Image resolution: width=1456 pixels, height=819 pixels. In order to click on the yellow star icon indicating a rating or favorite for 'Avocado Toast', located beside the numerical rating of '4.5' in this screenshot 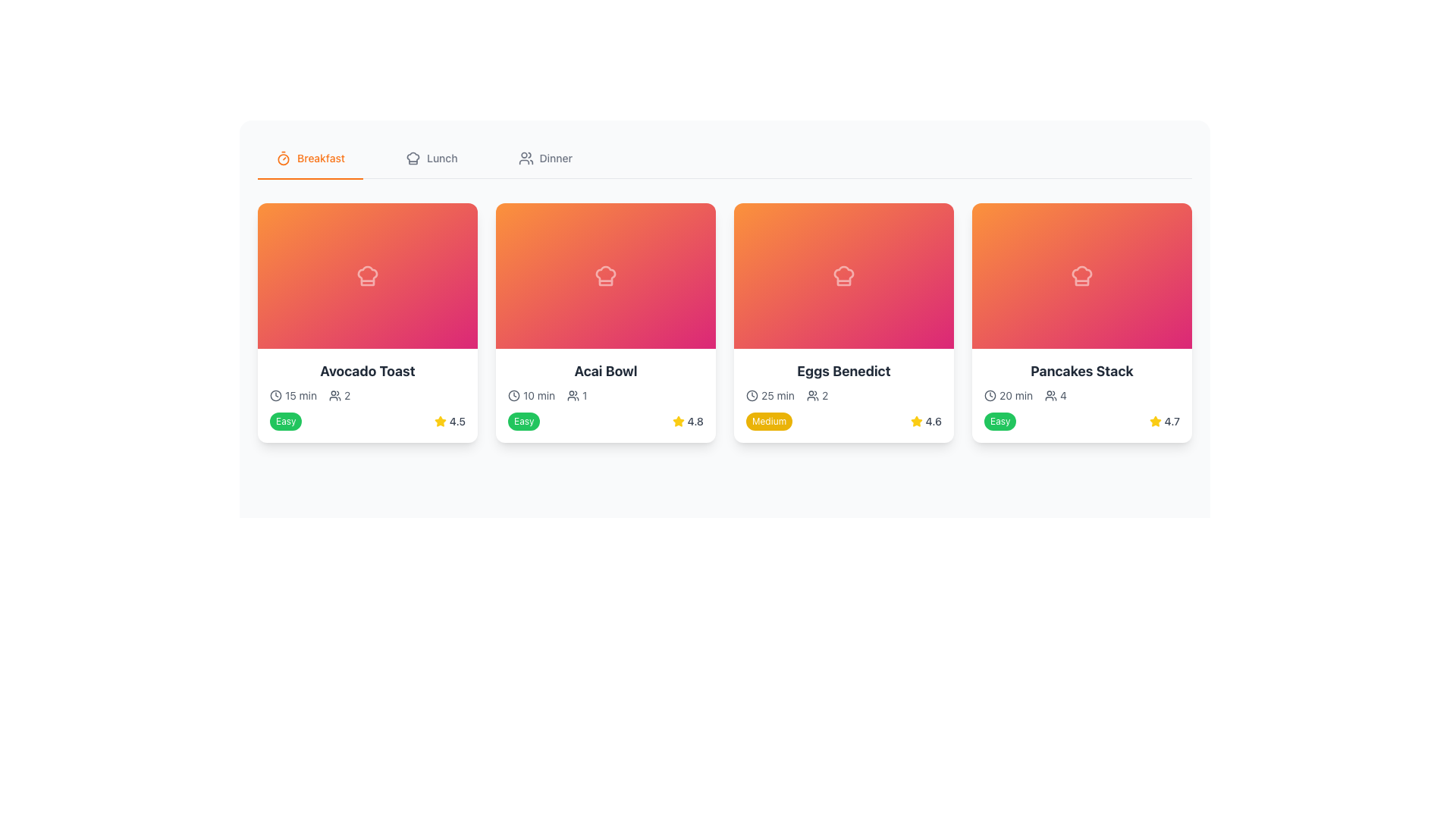, I will do `click(439, 421)`.